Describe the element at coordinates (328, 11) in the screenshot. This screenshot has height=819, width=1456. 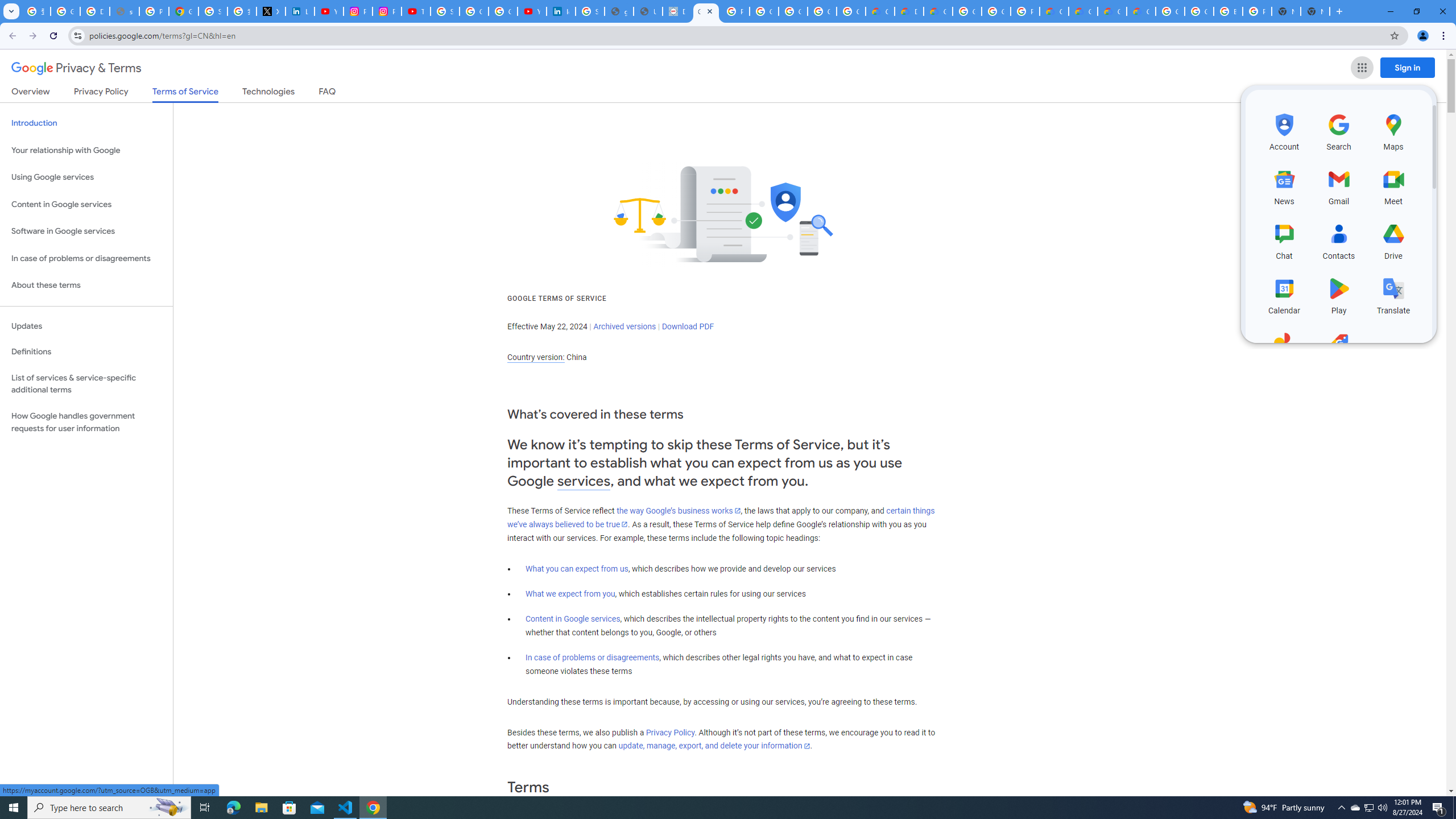
I see `'YouTube Content Monetization Policies - How YouTube Works'` at that location.